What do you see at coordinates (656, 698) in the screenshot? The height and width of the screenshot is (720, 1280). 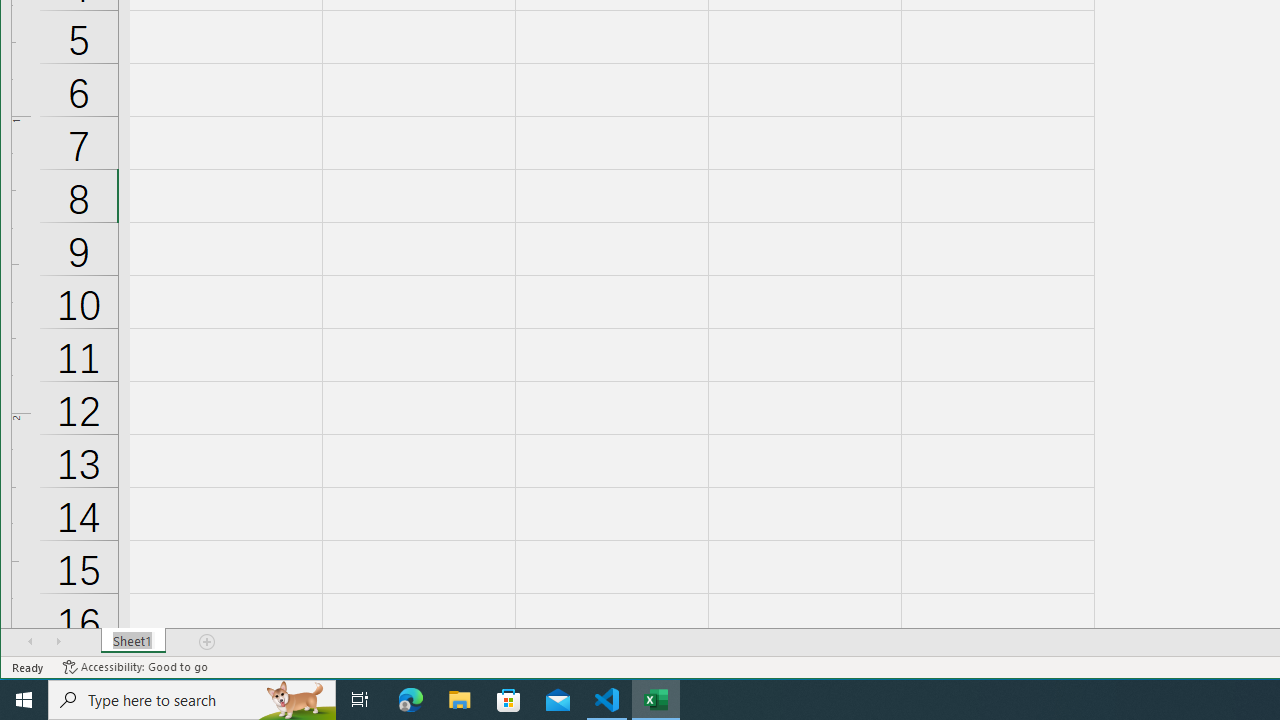 I see `'Excel - 1 running window'` at bounding box center [656, 698].